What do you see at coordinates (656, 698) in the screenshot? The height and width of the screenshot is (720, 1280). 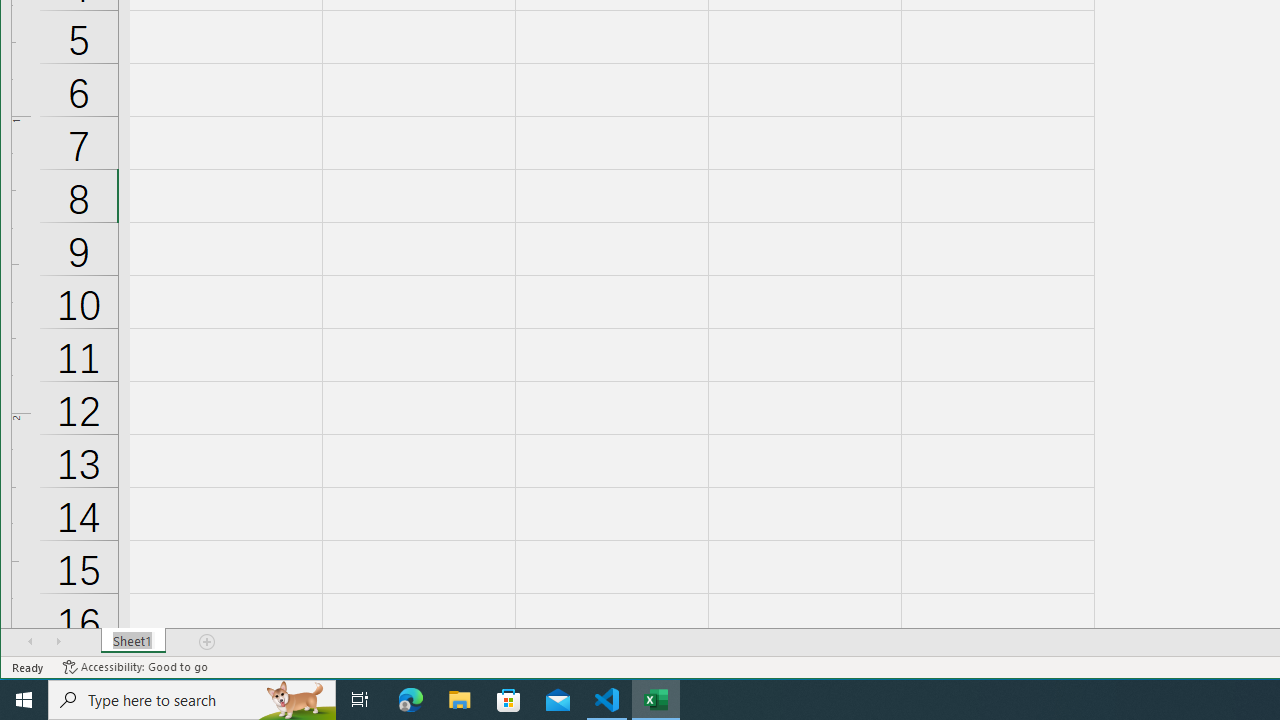 I see `'Excel - 1 running window'` at bounding box center [656, 698].